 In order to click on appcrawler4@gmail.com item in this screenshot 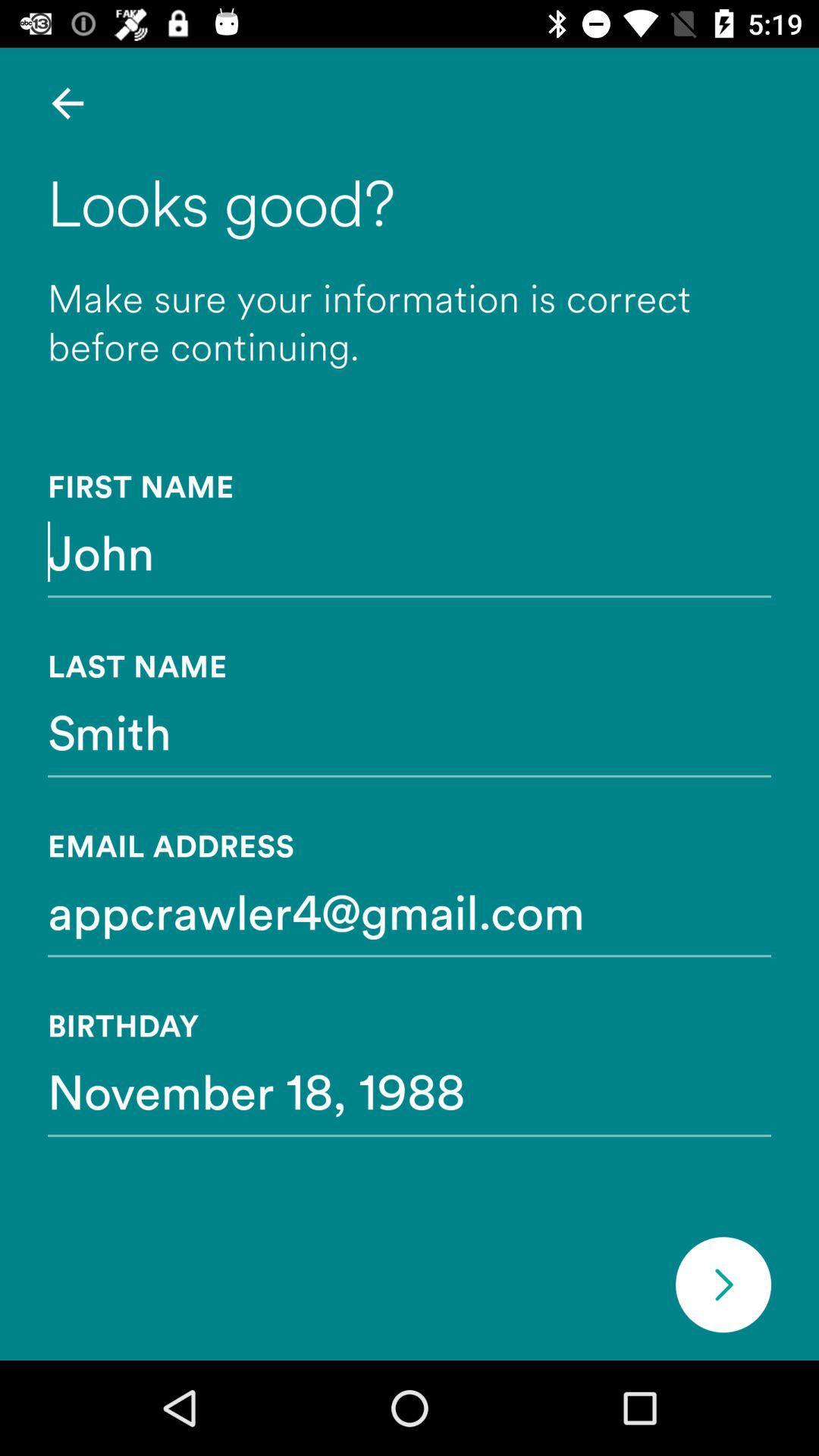, I will do `click(409, 910)`.